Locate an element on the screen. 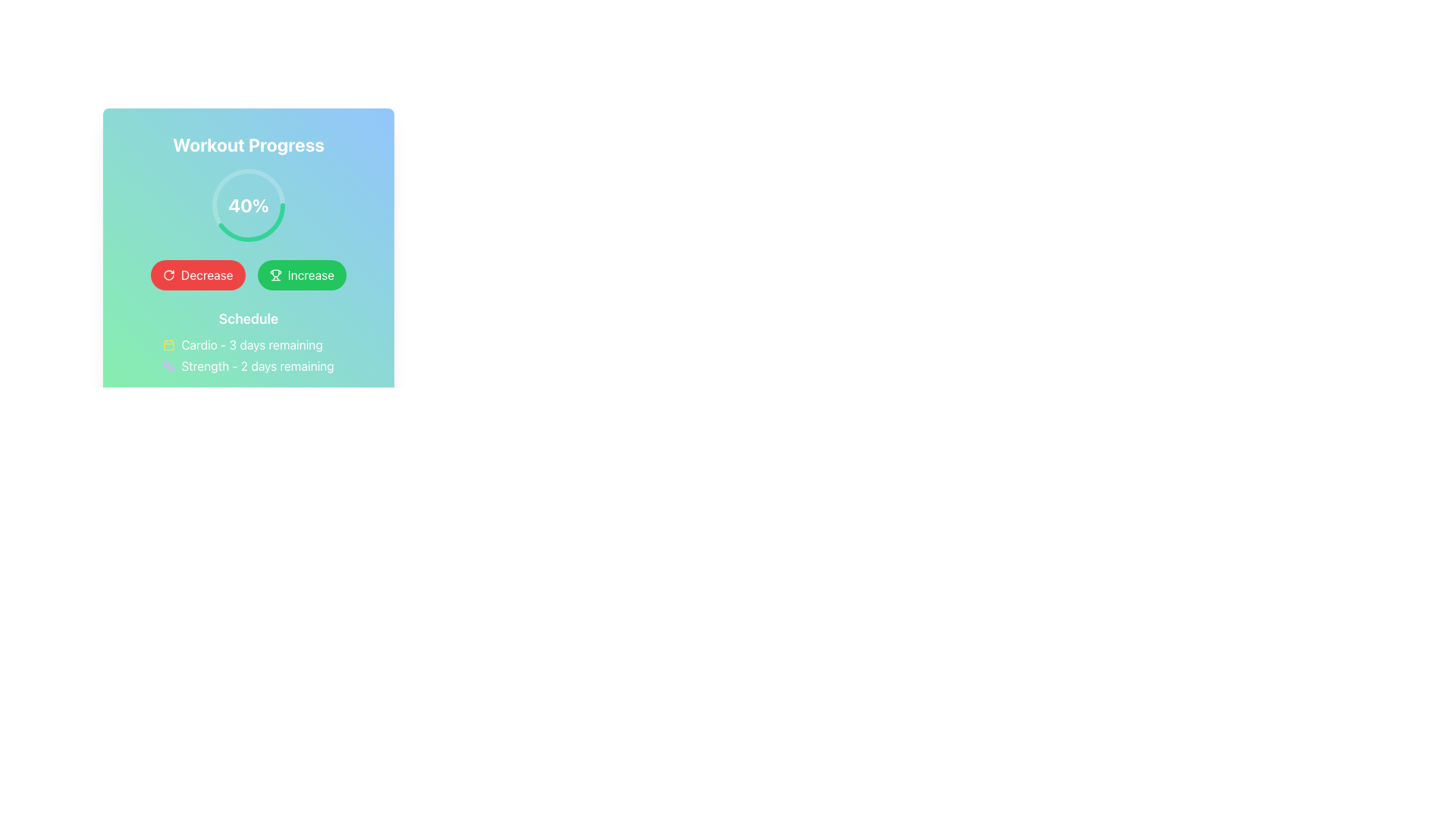 Image resolution: width=1456 pixels, height=819 pixels. the green 'Increase' button with rounded edges, featuring a white trophy icon and white text is located at coordinates (302, 275).